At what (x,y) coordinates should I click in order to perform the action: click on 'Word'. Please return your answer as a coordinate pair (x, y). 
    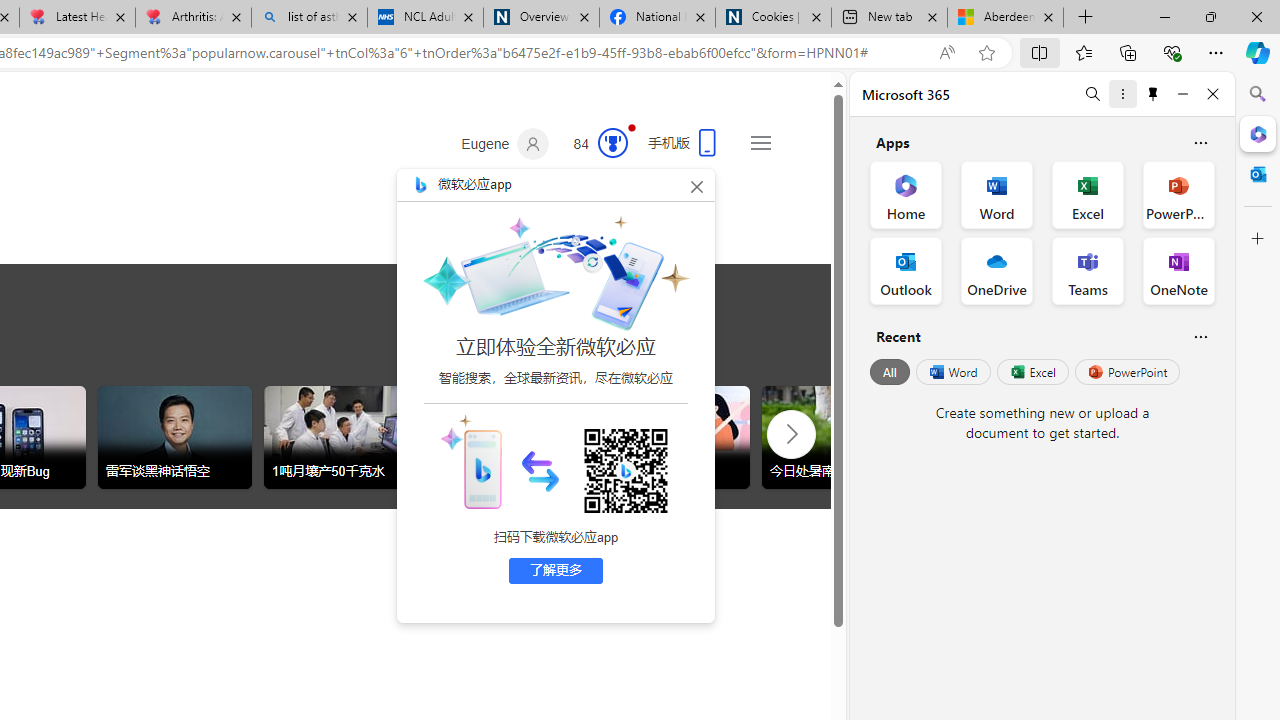
    Looking at the image, I should click on (951, 372).